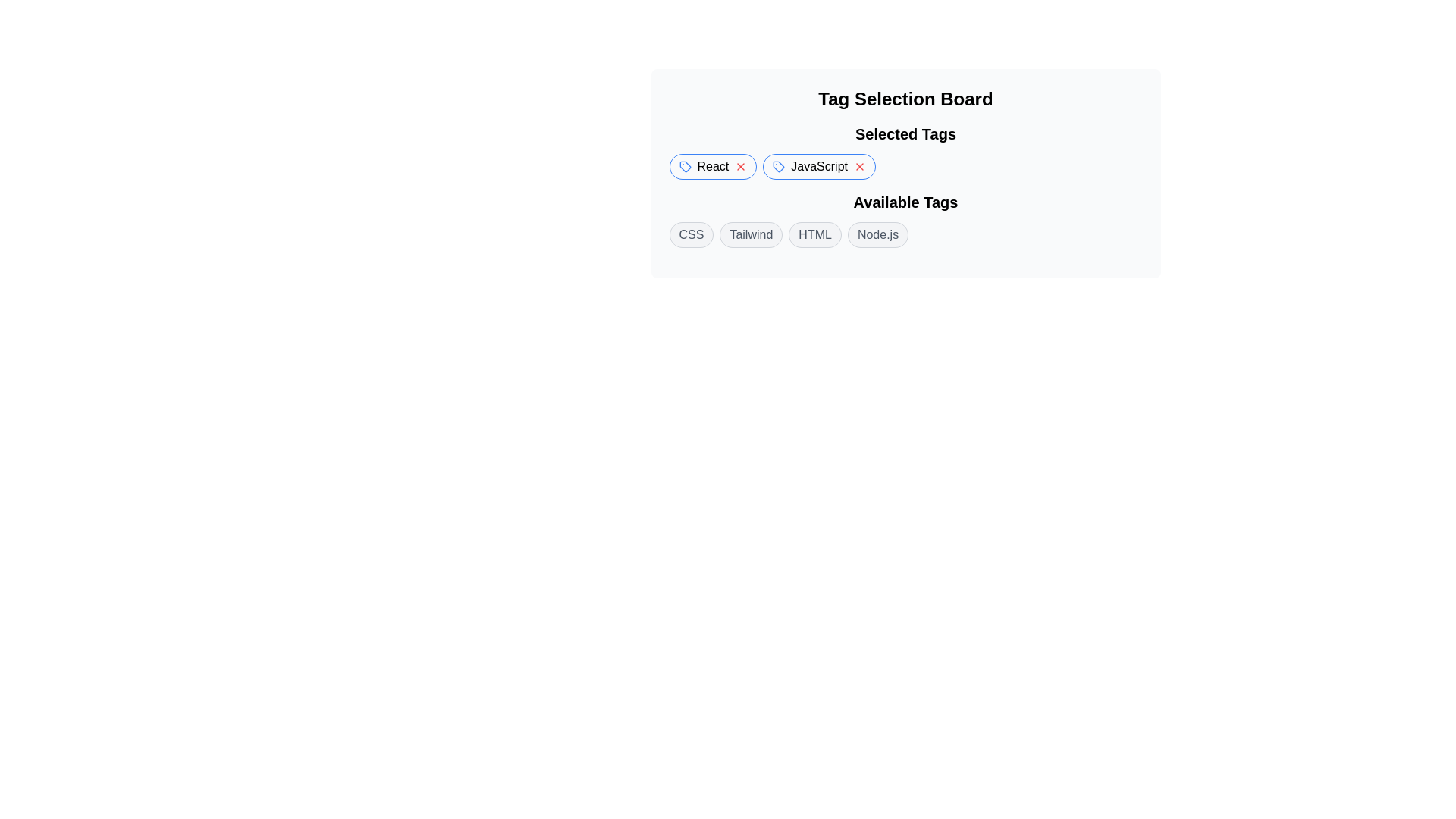  Describe the element at coordinates (751, 234) in the screenshot. I see `the selectable tag button for 'Tailwind' located between 'CSS' and 'HTML' in the 'Available Tags' section to trigger its hover state visual effects` at that location.